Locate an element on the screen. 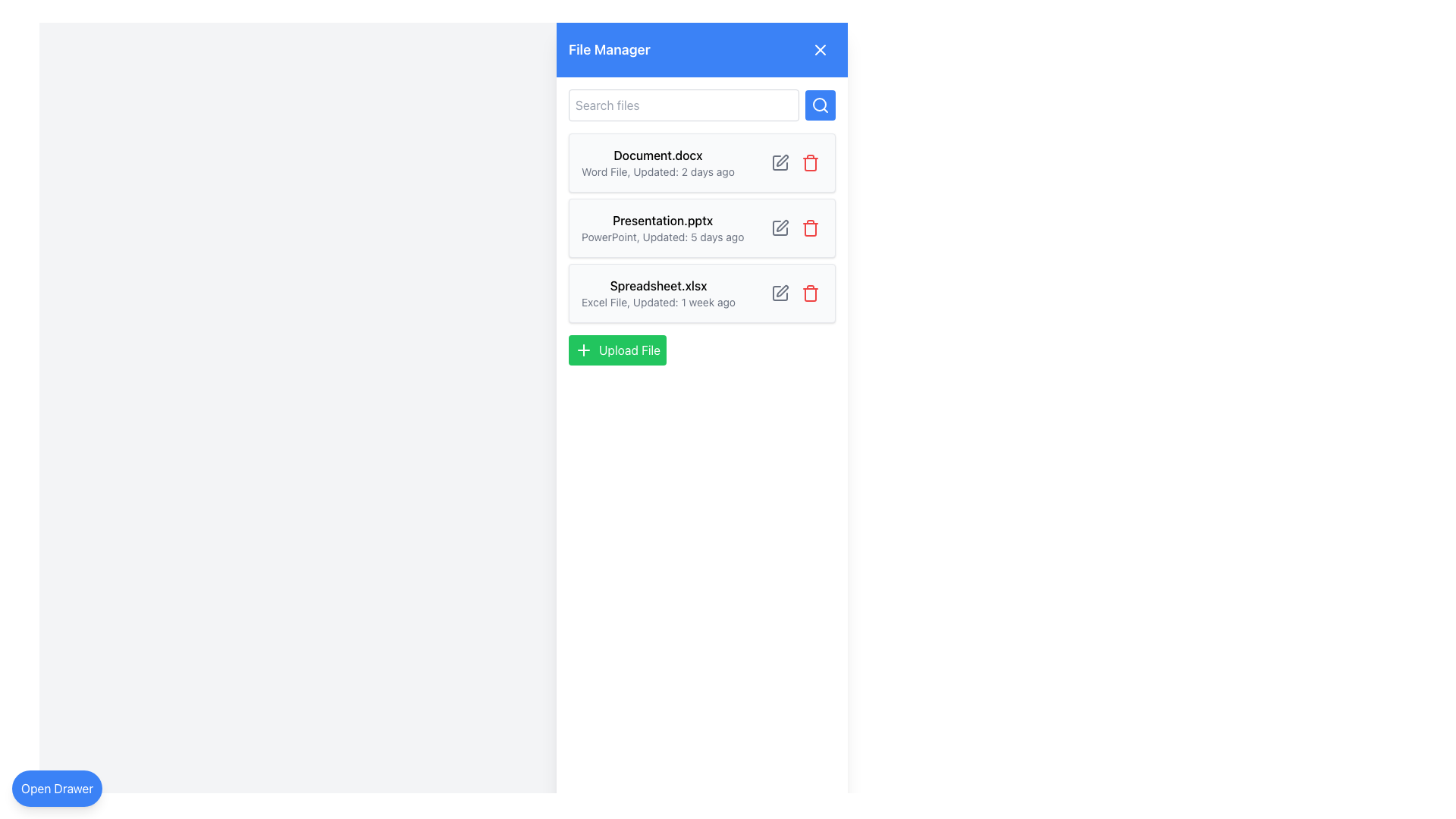 The height and width of the screenshot is (819, 1456). the red trash can icon button, which is the rightmost control in the file management interface for deleting a file is located at coordinates (810, 227).